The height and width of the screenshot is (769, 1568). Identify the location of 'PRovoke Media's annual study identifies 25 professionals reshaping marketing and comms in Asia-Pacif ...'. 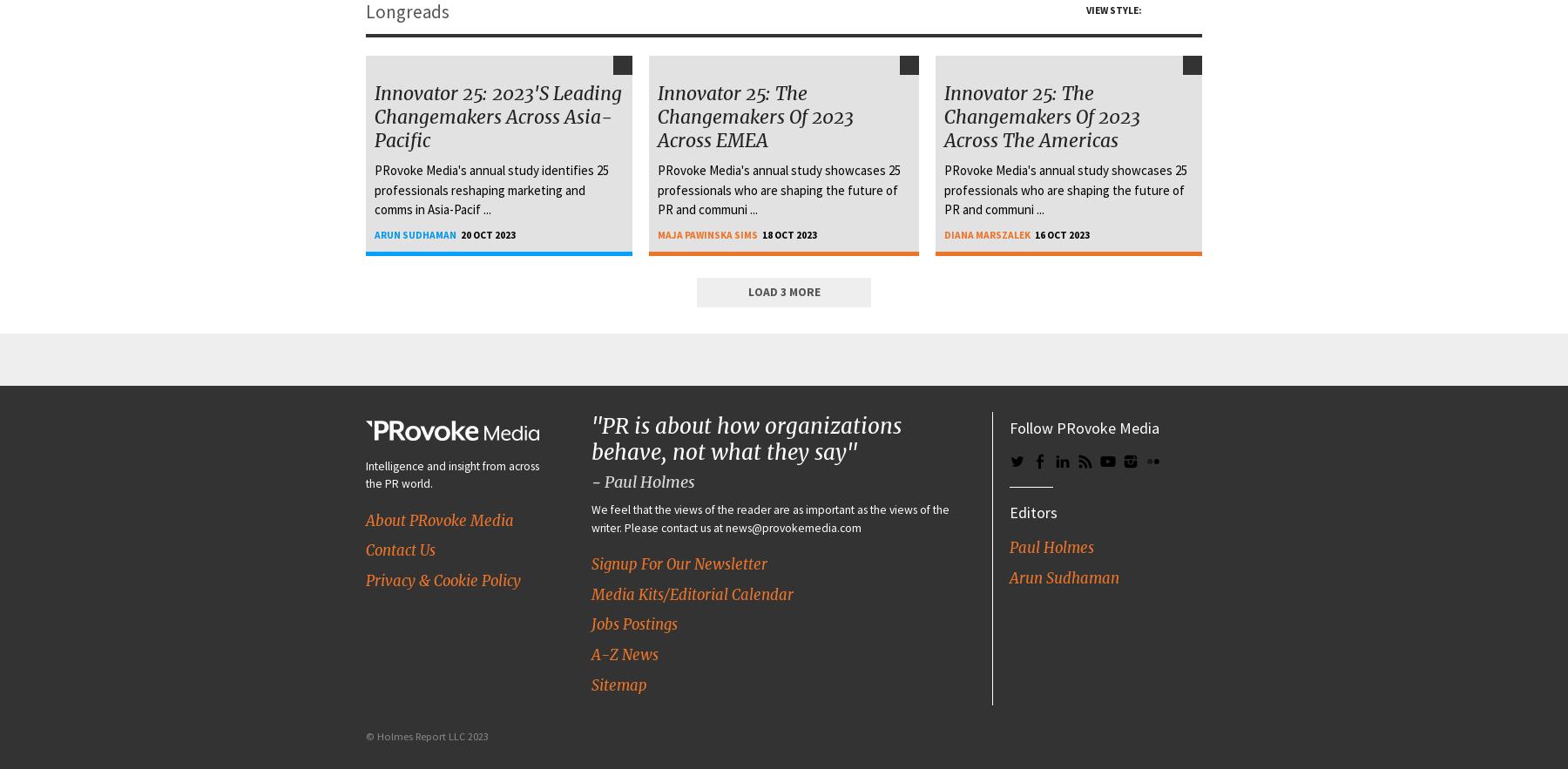
(375, 190).